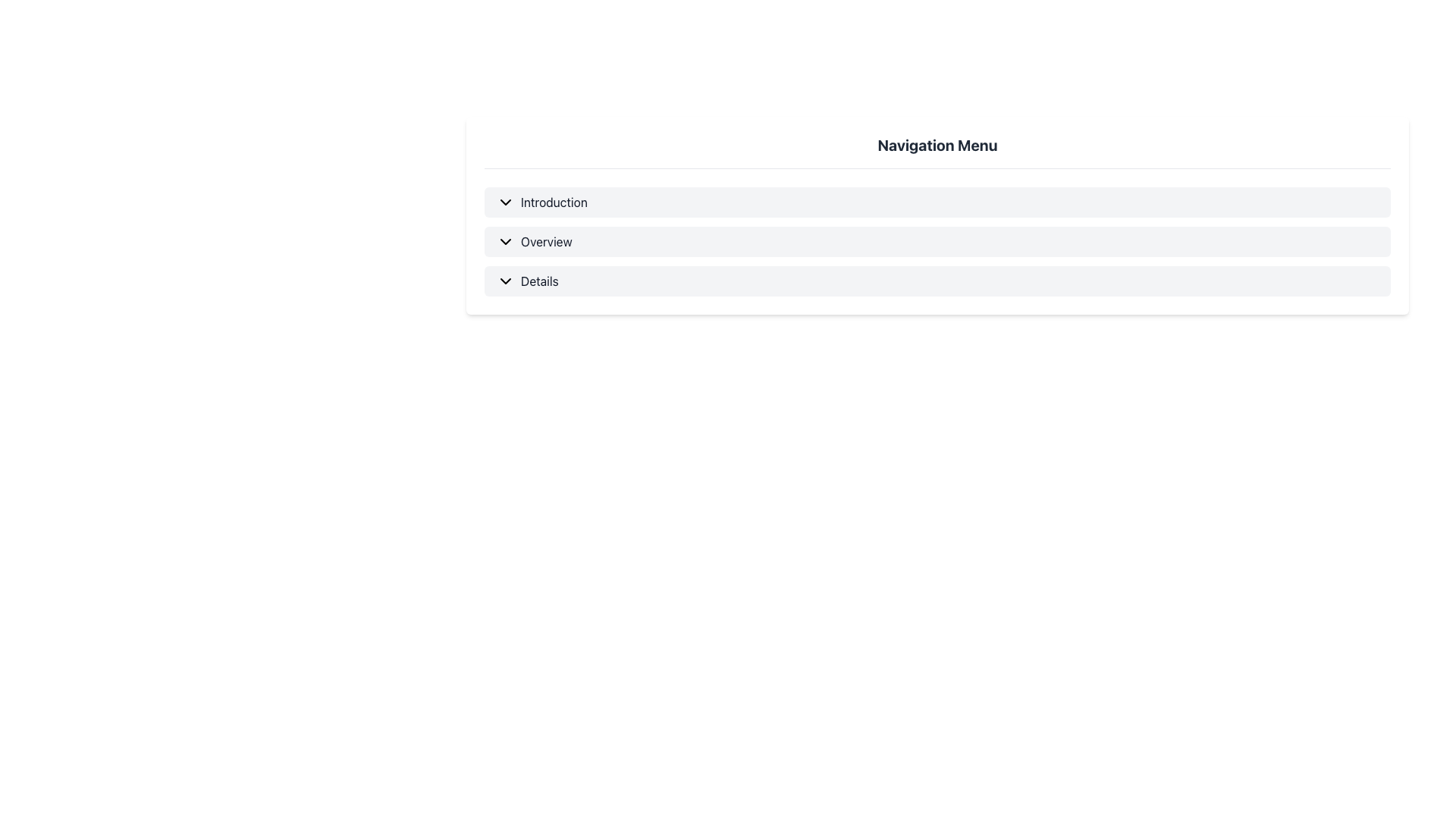  What do you see at coordinates (539, 281) in the screenshot?
I see `the 'Details' hyperlink in the vertical navigation menu` at bounding box center [539, 281].